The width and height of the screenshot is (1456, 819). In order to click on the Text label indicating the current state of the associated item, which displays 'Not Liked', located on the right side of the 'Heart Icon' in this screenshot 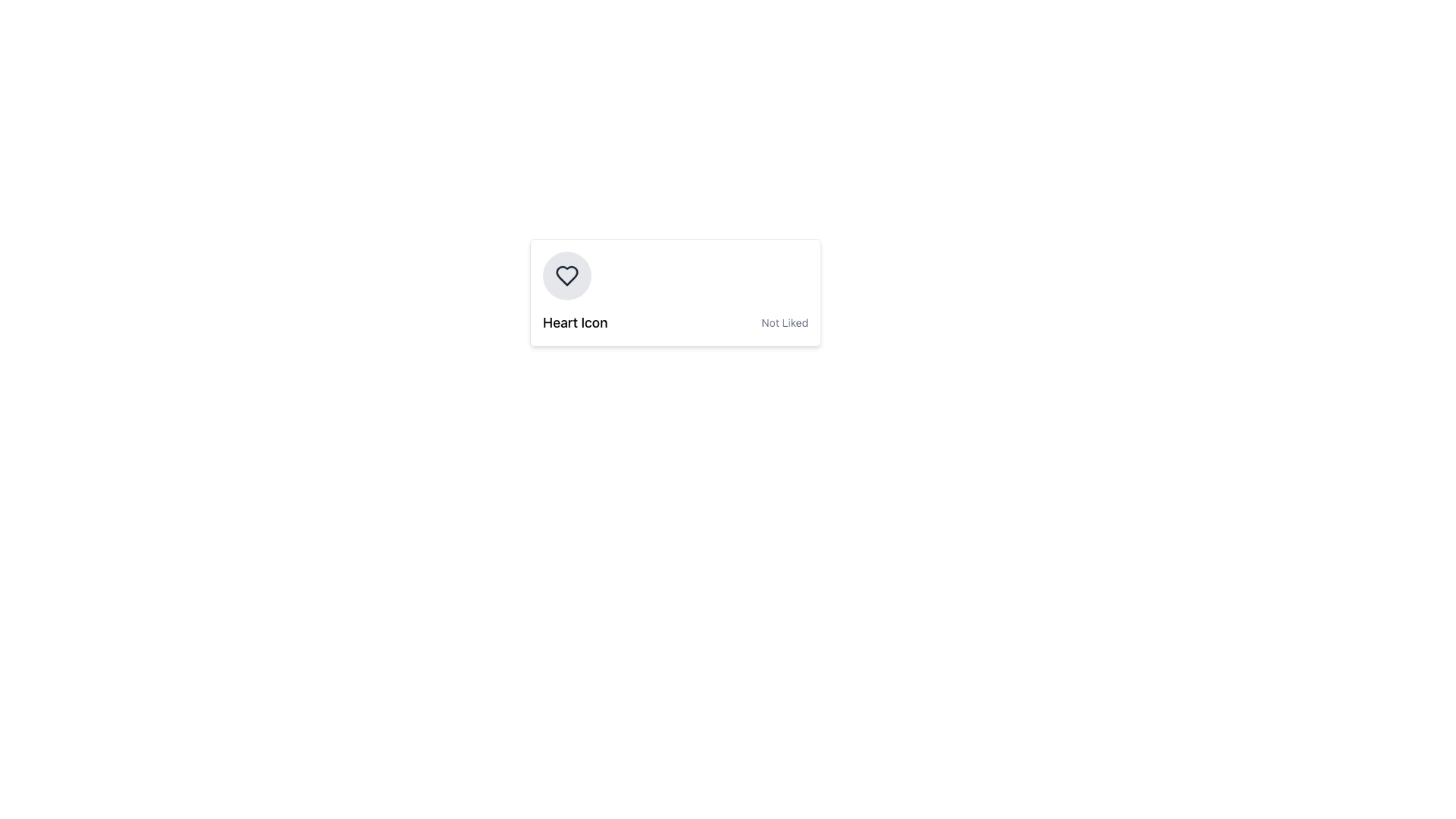, I will do `click(785, 322)`.